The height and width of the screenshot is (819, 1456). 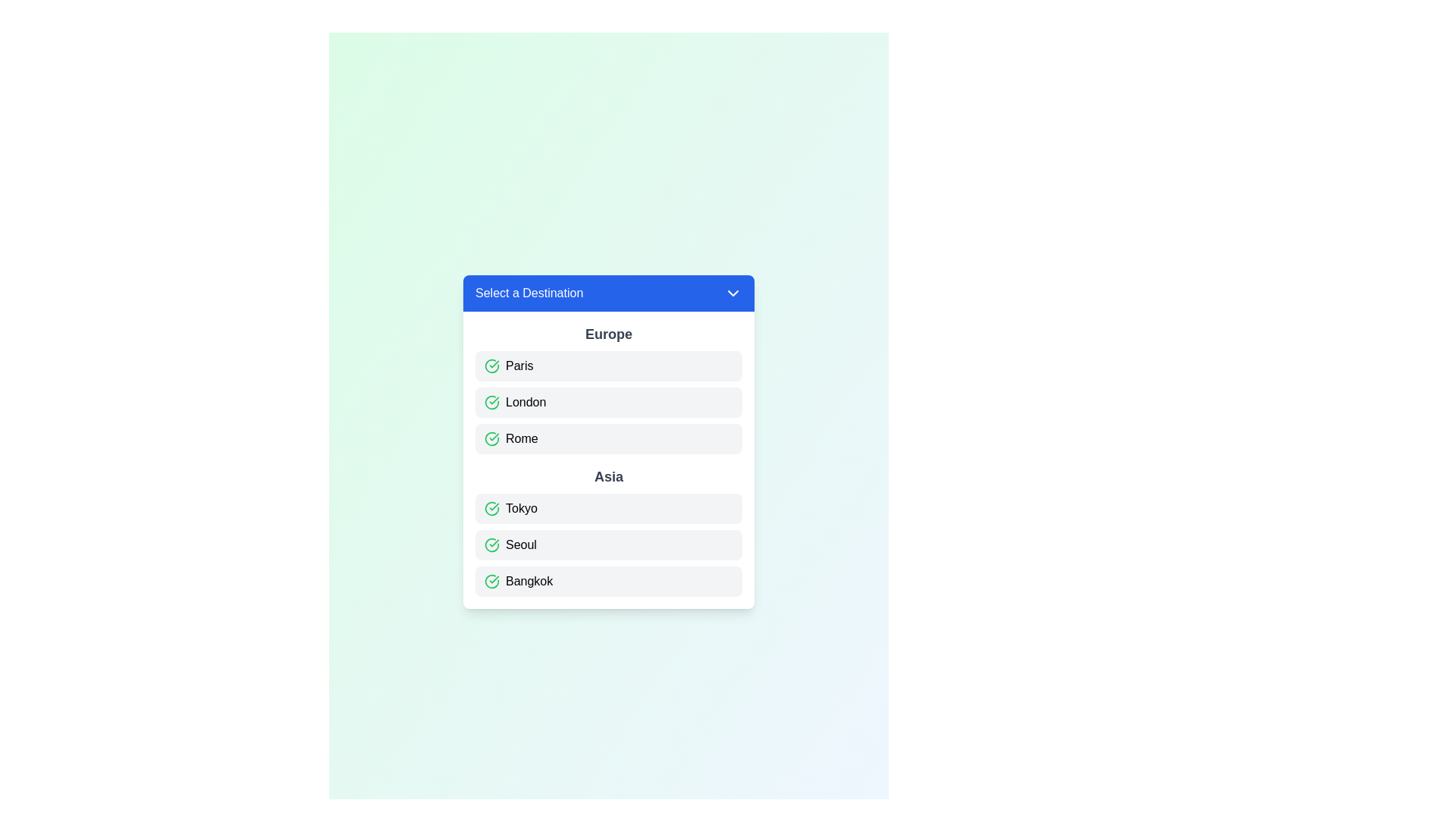 What do you see at coordinates (529, 581) in the screenshot?
I see `the text label displaying 'Bangkok', which is positioned to the right of a green checkmark icon and below the text 'Seoul' within the dropdown menu titled 'Select a Destination'` at bounding box center [529, 581].